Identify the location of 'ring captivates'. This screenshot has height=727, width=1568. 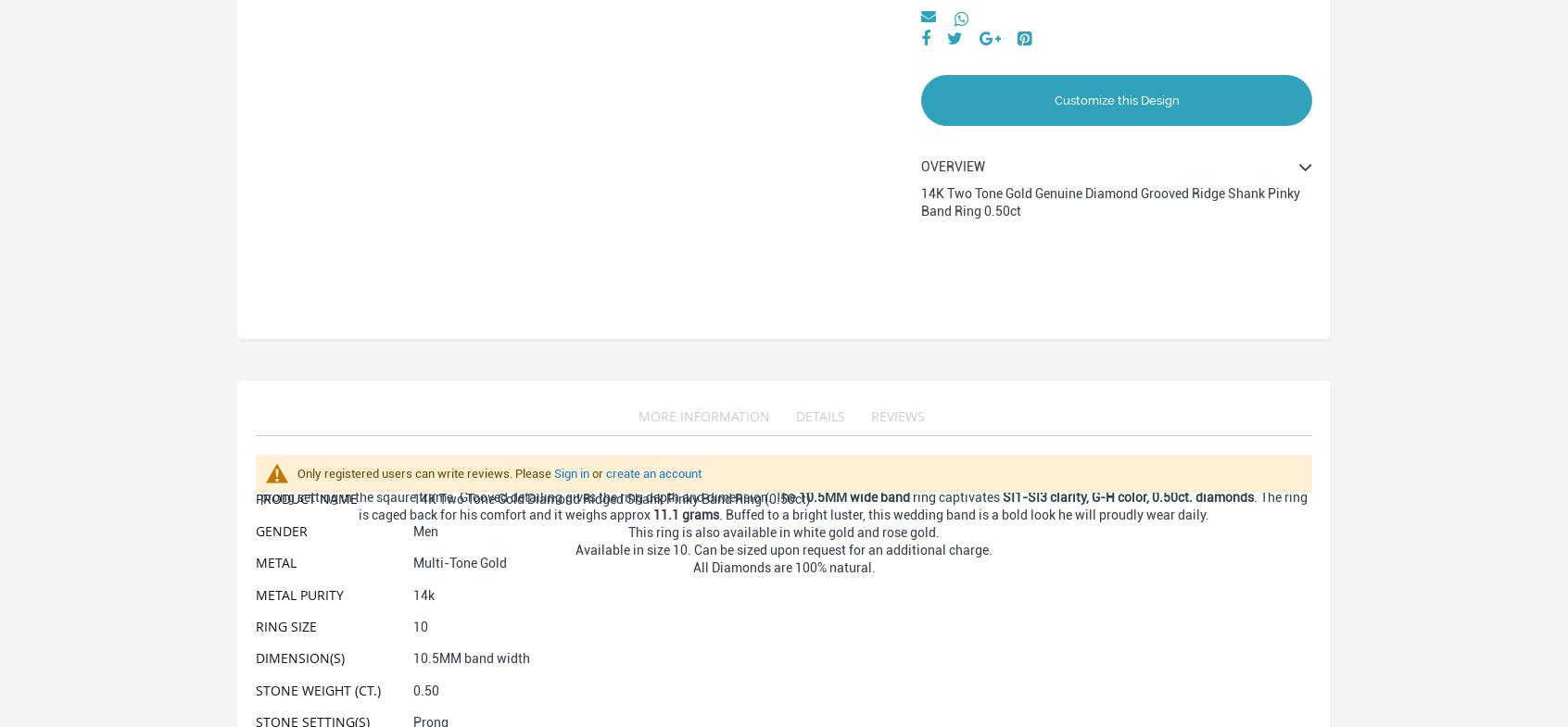
(955, 497).